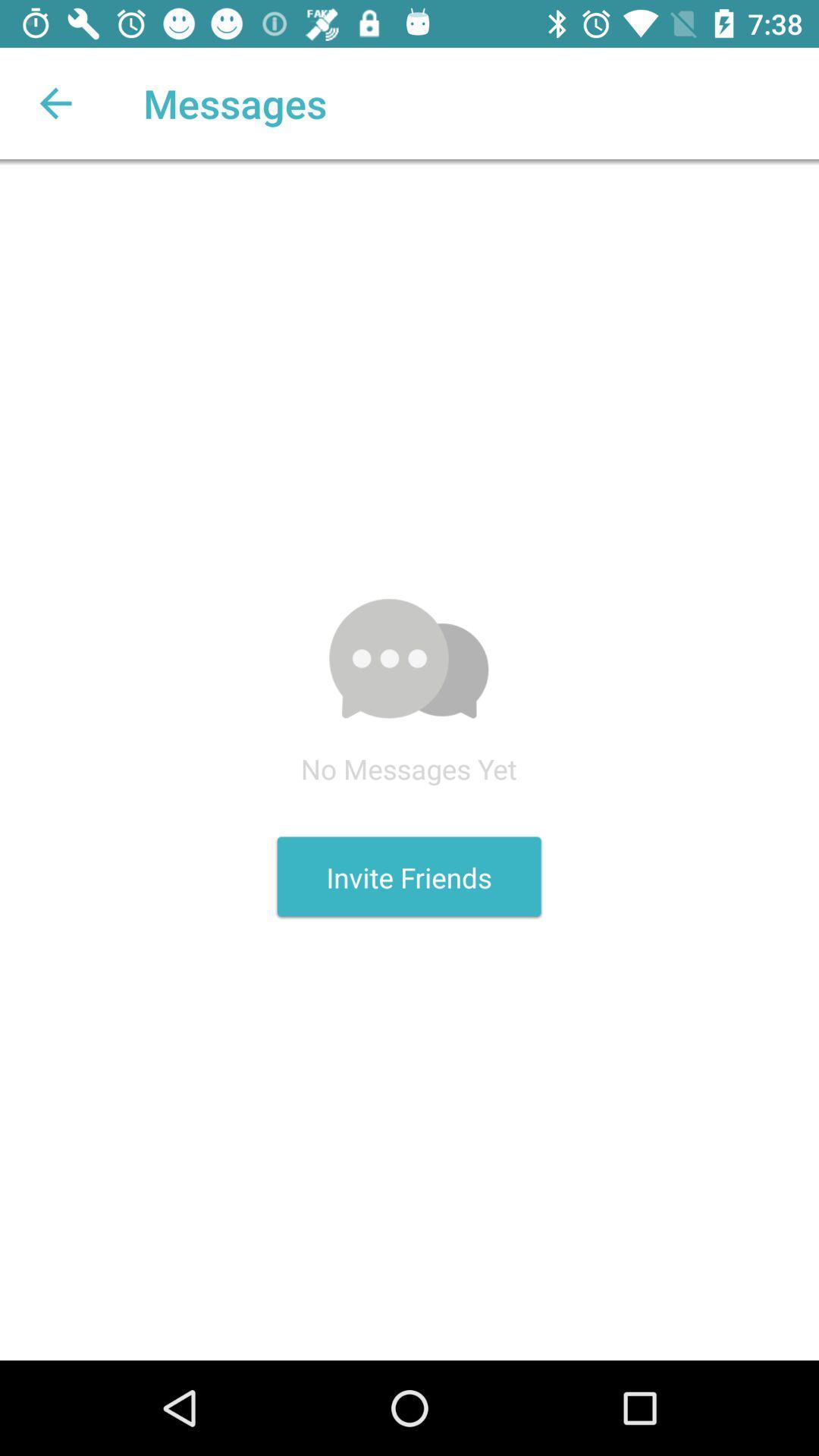  Describe the element at coordinates (408, 877) in the screenshot. I see `the invite friends item` at that location.